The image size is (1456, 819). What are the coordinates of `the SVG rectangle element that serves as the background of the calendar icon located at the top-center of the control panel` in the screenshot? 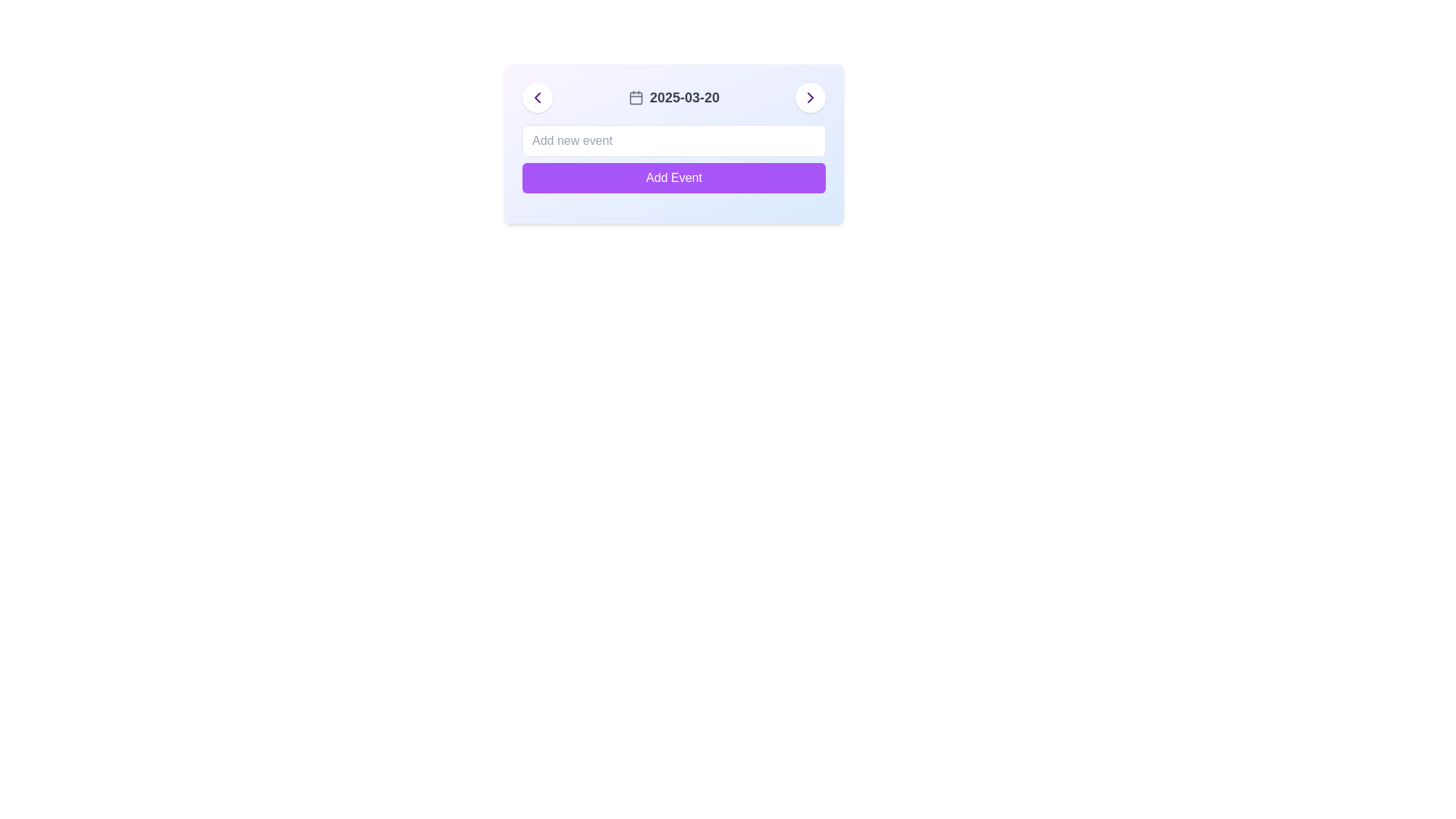 It's located at (636, 98).